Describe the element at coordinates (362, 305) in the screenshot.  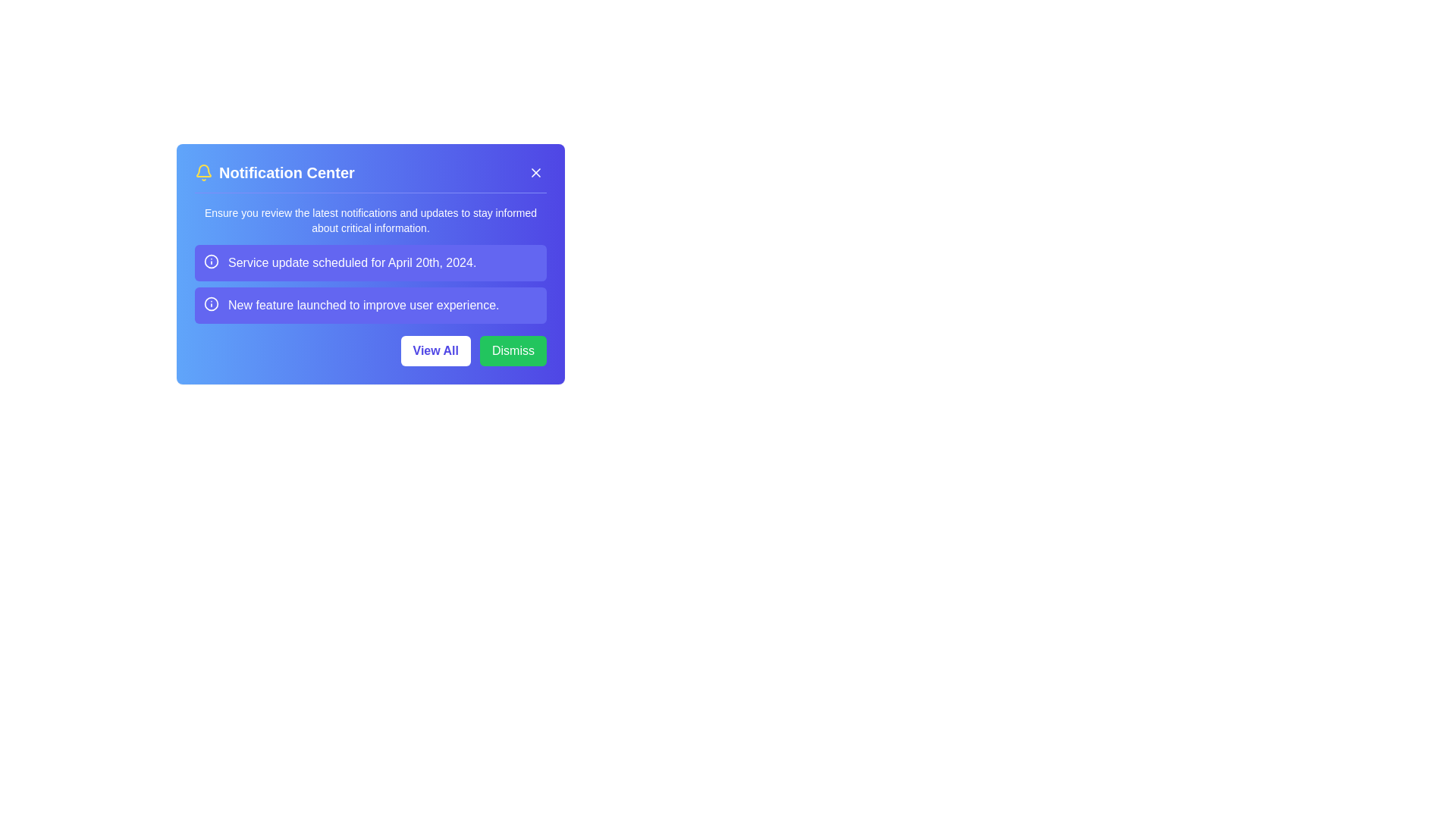
I see `the text element displaying the message 'New feature launched to improve user experience.' which is styled with white text on a purple background and located in the notification card UI` at that location.